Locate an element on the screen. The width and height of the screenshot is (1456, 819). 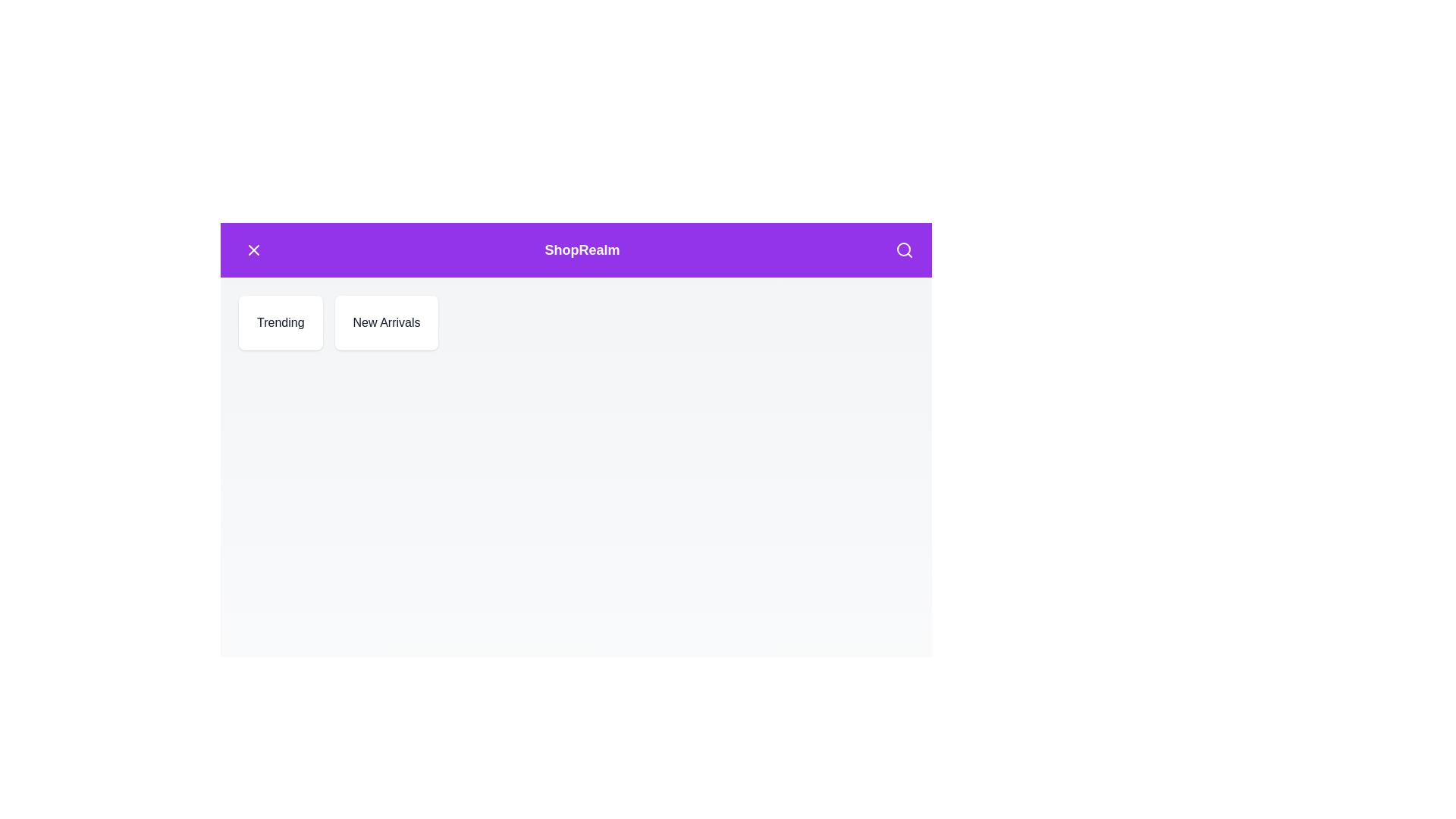
the header text 'ShopRealm' to read its content is located at coordinates (582, 249).